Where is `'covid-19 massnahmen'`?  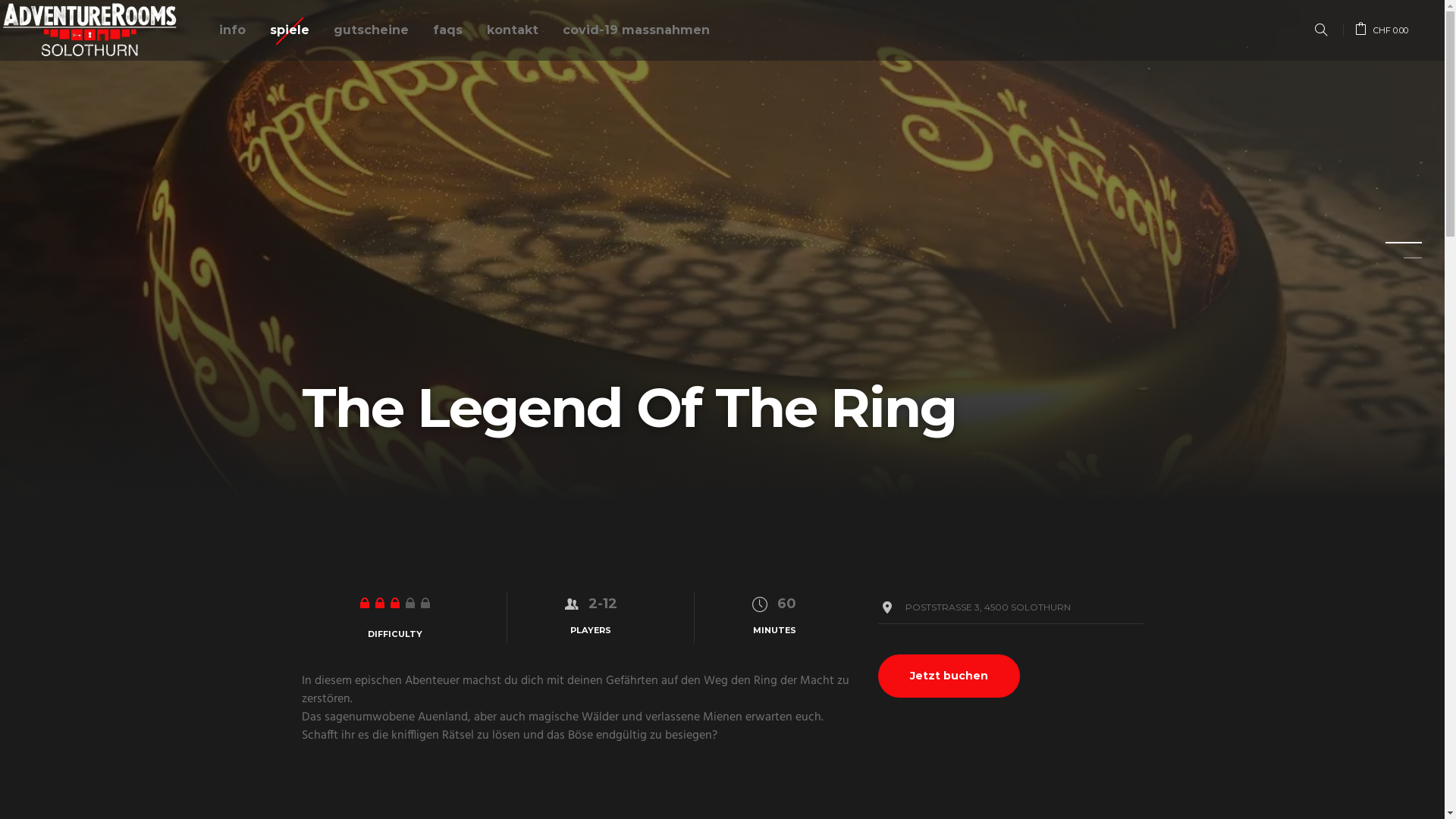
'covid-19 massnahmen' is located at coordinates (636, 30).